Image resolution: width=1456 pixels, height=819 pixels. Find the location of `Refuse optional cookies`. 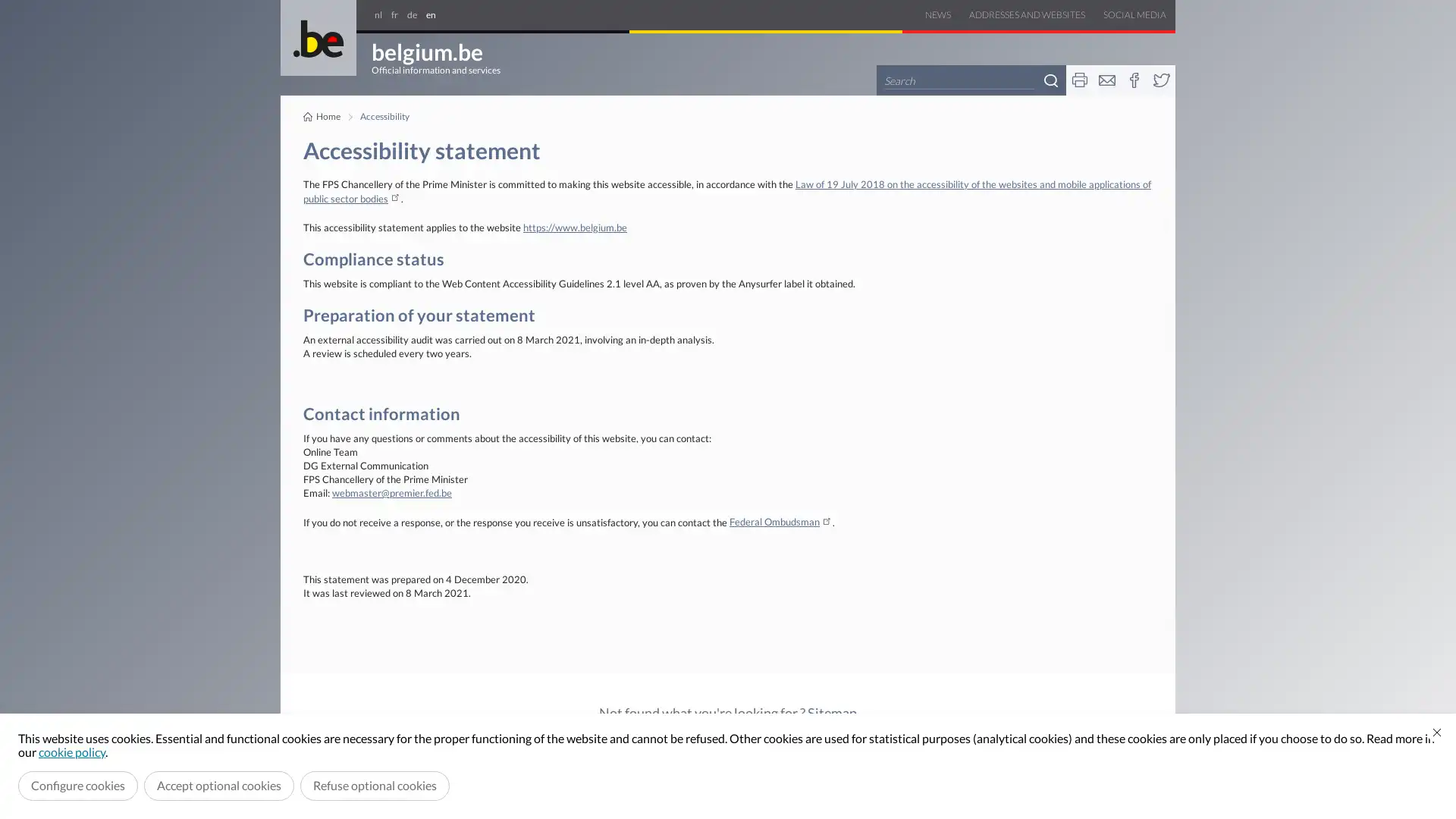

Refuse optional cookies is located at coordinates (375, 785).